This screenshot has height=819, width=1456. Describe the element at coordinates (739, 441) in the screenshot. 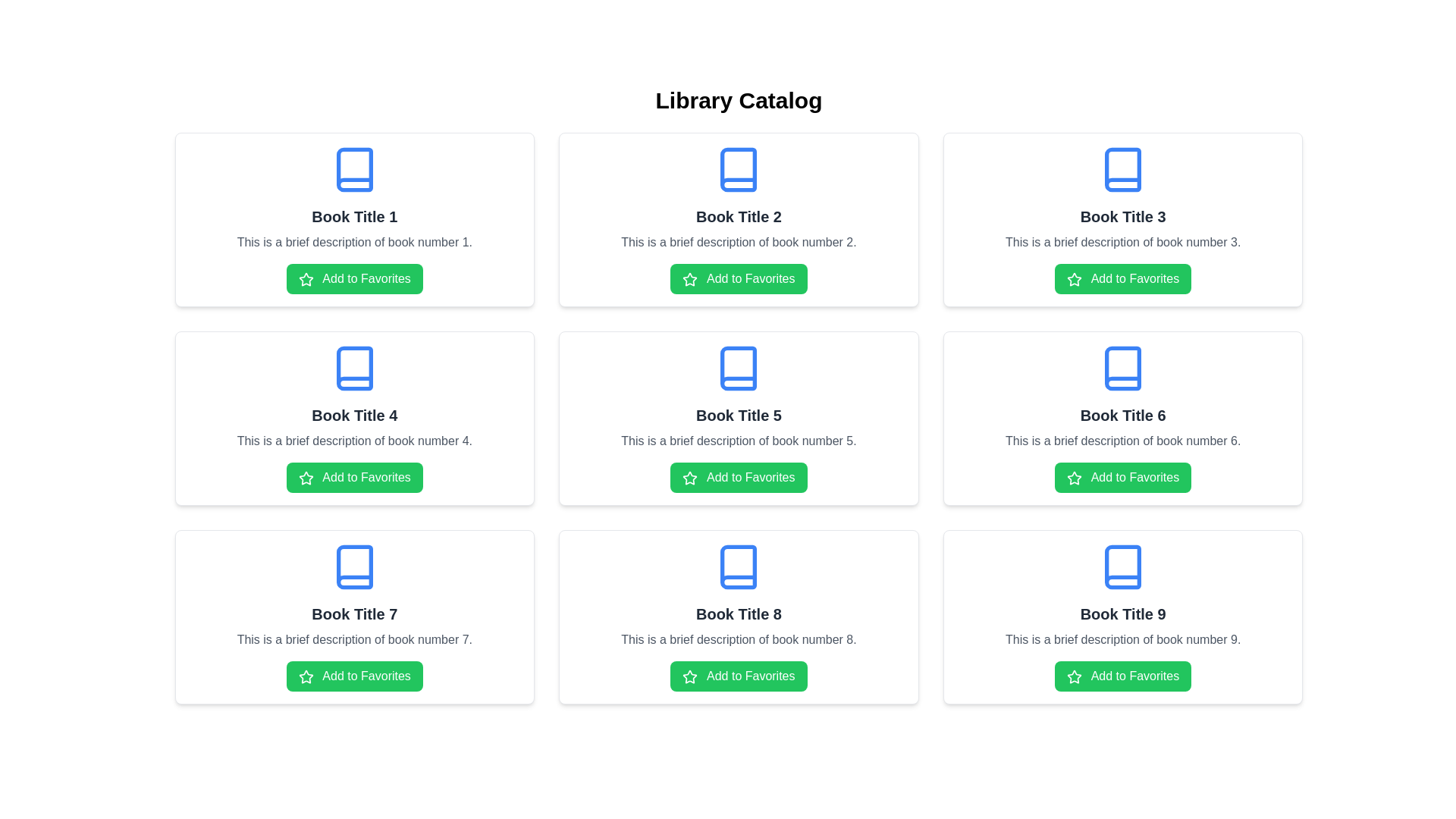

I see `the descriptive text label providing additional details about 'Book Title 5', located directly below the title and above the 'Add to Favorites' button` at that location.